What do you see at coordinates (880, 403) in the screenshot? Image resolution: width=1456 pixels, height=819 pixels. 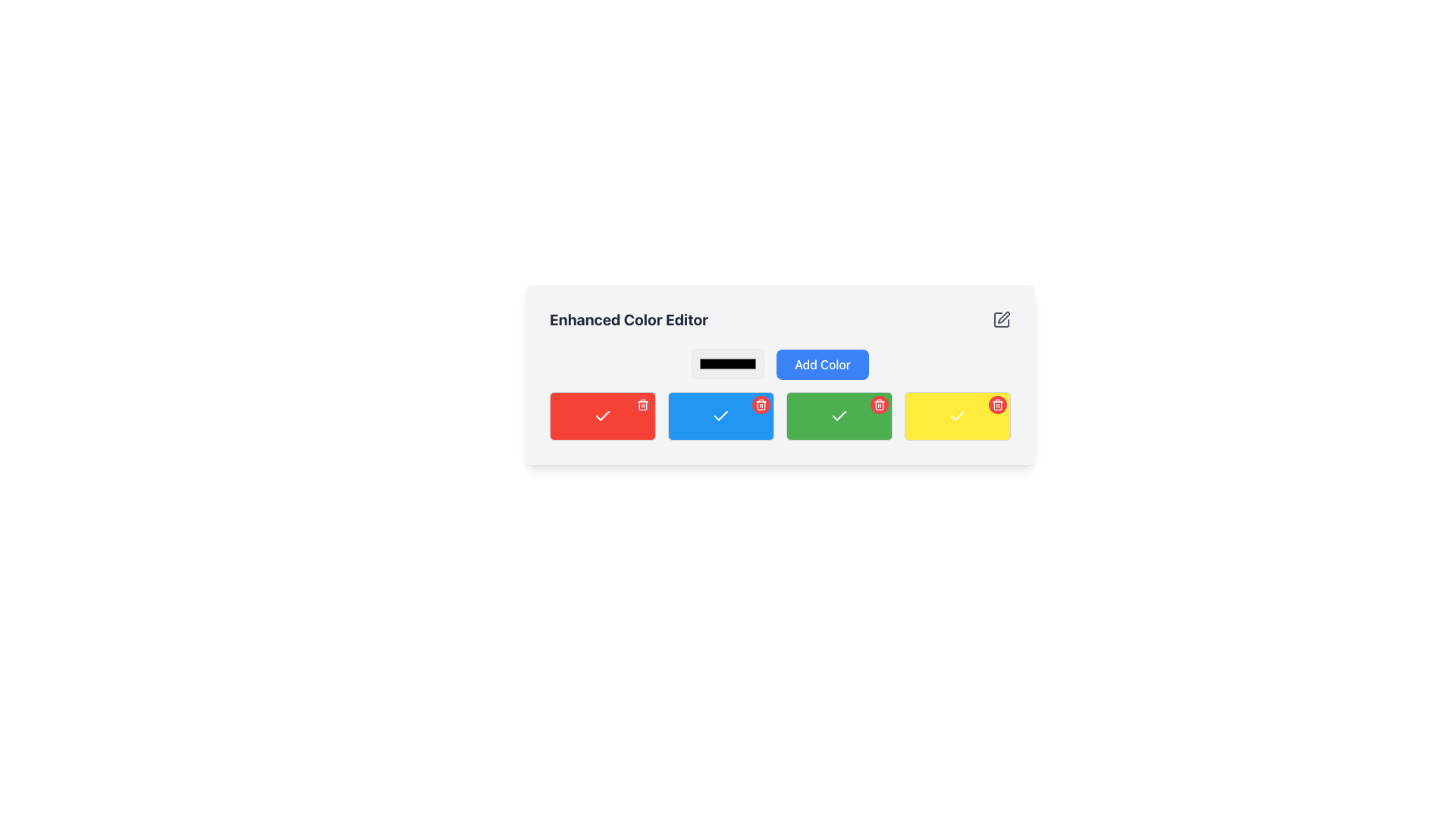 I see `the delete button located in the top-right corner of the green box` at bounding box center [880, 403].